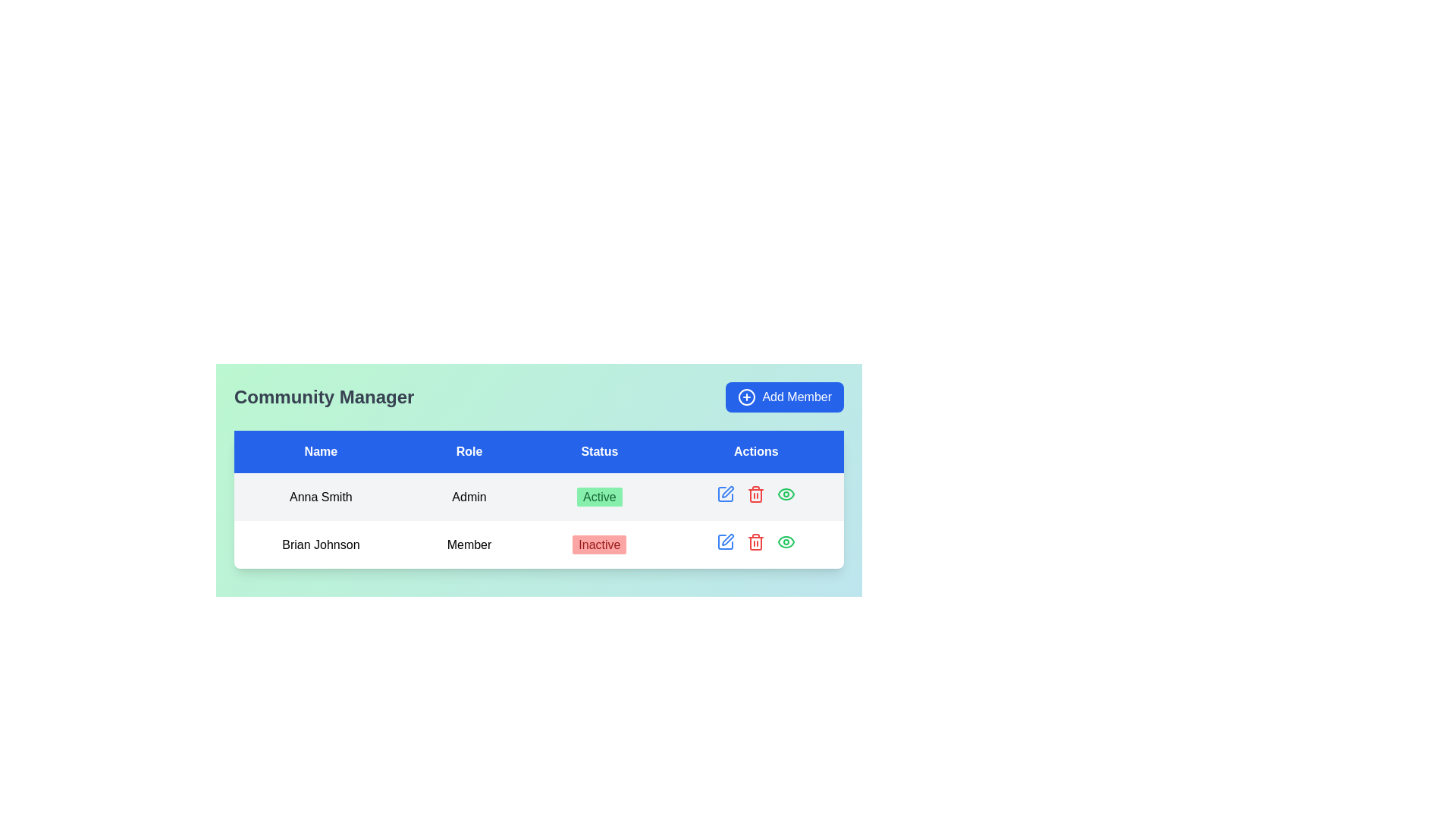 The image size is (1456, 819). What do you see at coordinates (786, 541) in the screenshot?
I see `the eye icon located in the 'Actions' column of the second row in the user management table` at bounding box center [786, 541].